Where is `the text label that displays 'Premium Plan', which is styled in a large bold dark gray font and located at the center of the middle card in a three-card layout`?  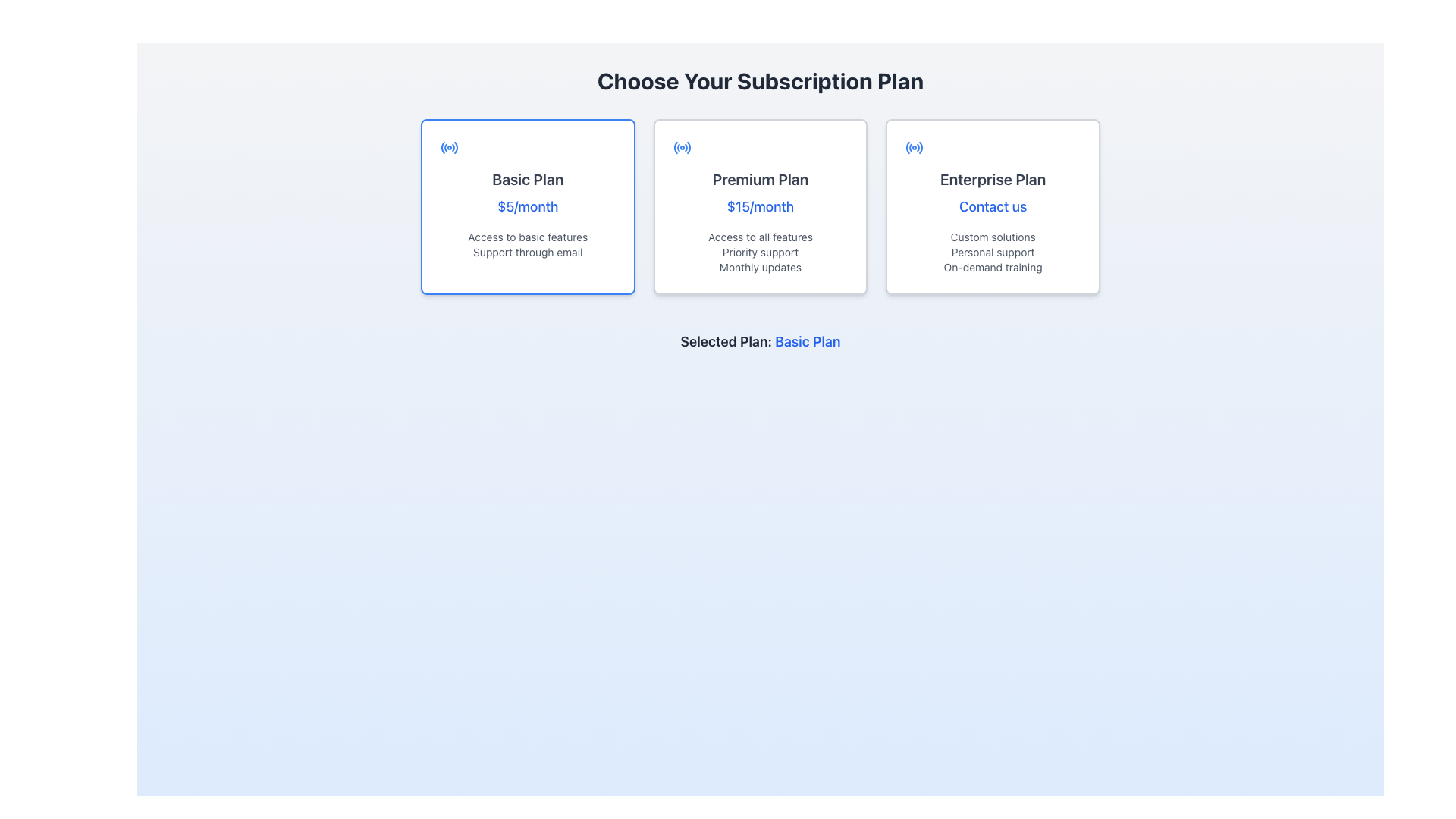
the text label that displays 'Premium Plan', which is styled in a large bold dark gray font and located at the center of the middle card in a three-card layout is located at coordinates (761, 178).